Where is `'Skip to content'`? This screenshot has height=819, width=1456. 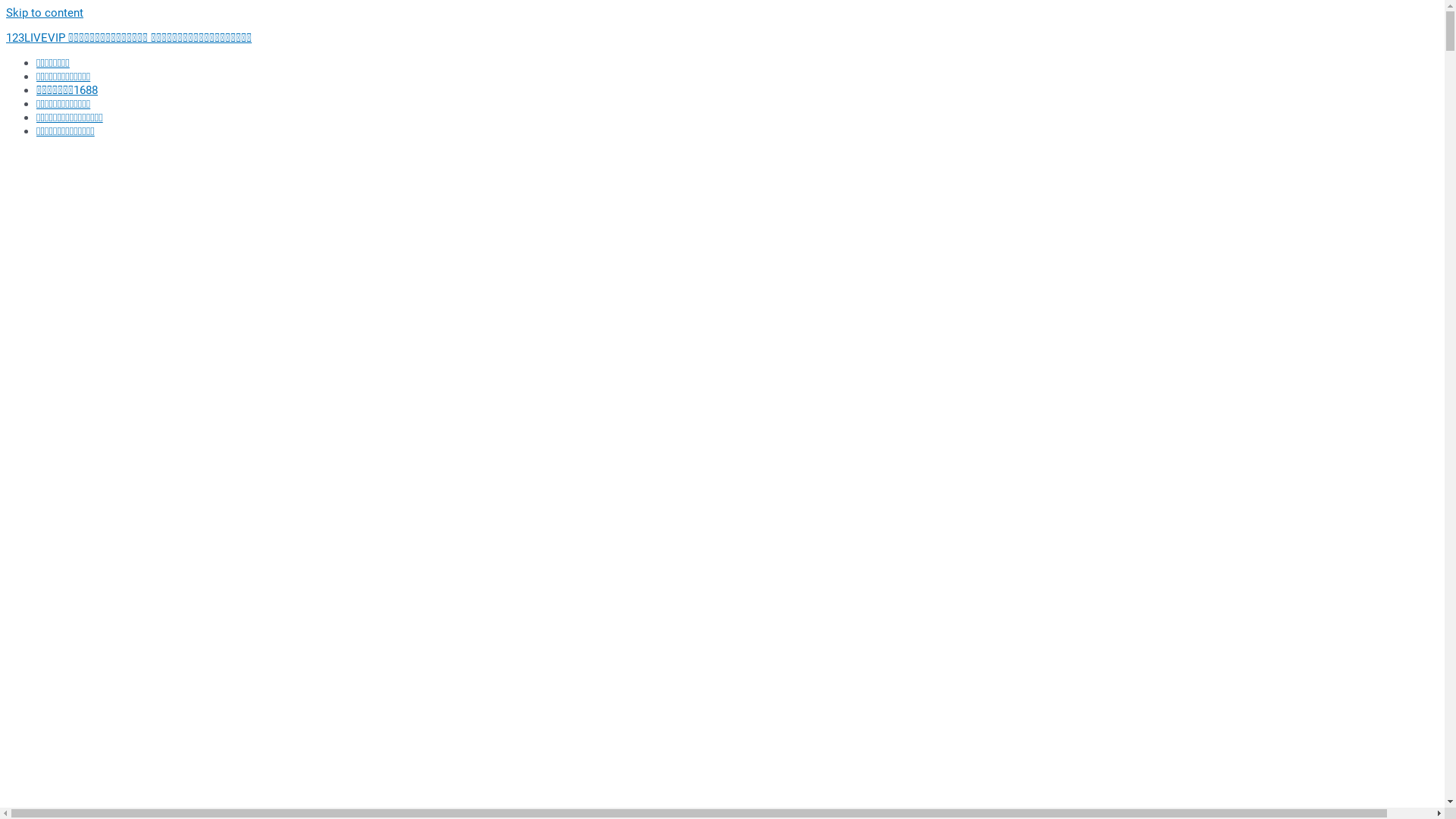 'Skip to content' is located at coordinates (44, 12).